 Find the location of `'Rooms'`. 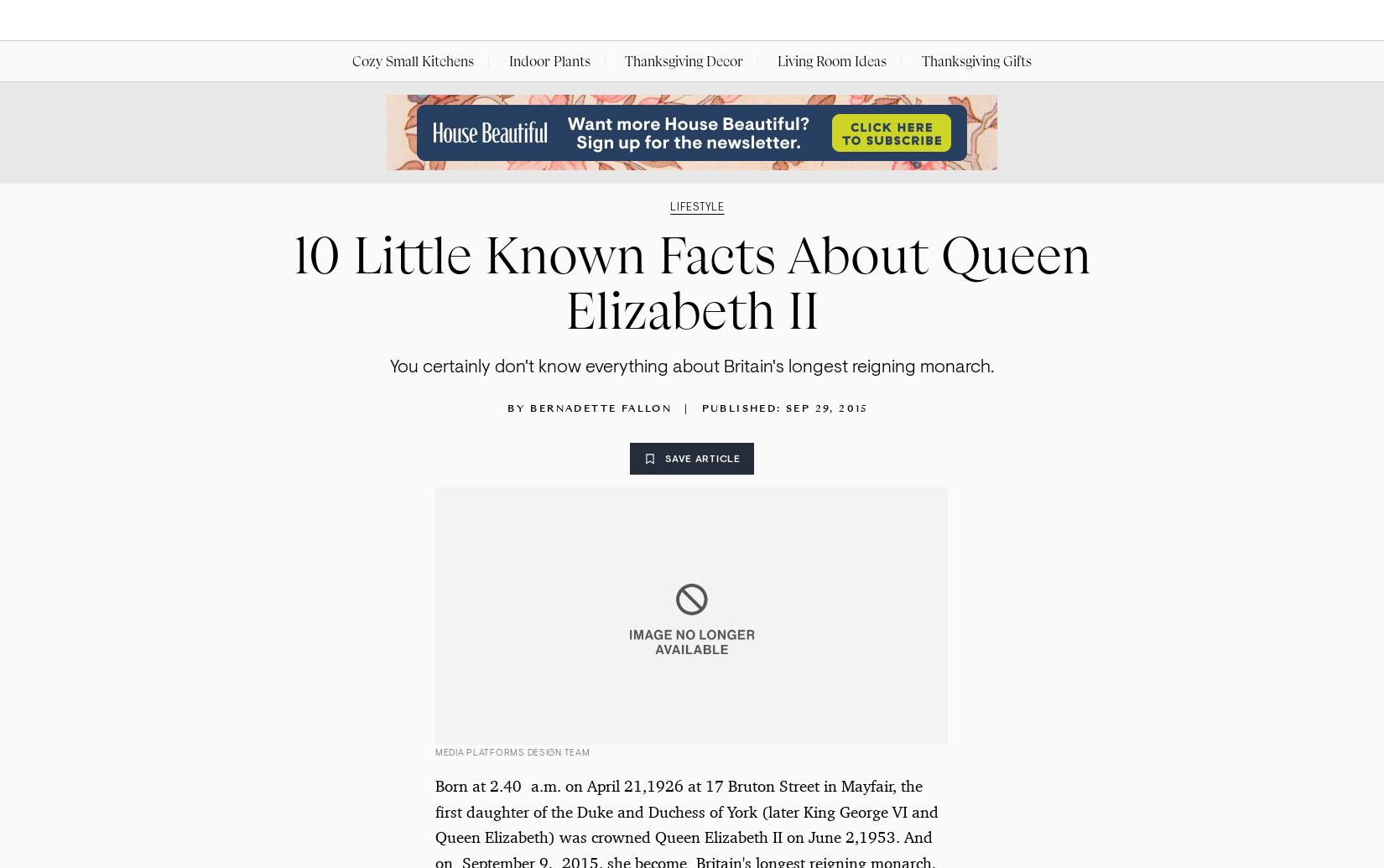

'Rooms' is located at coordinates (462, 19).